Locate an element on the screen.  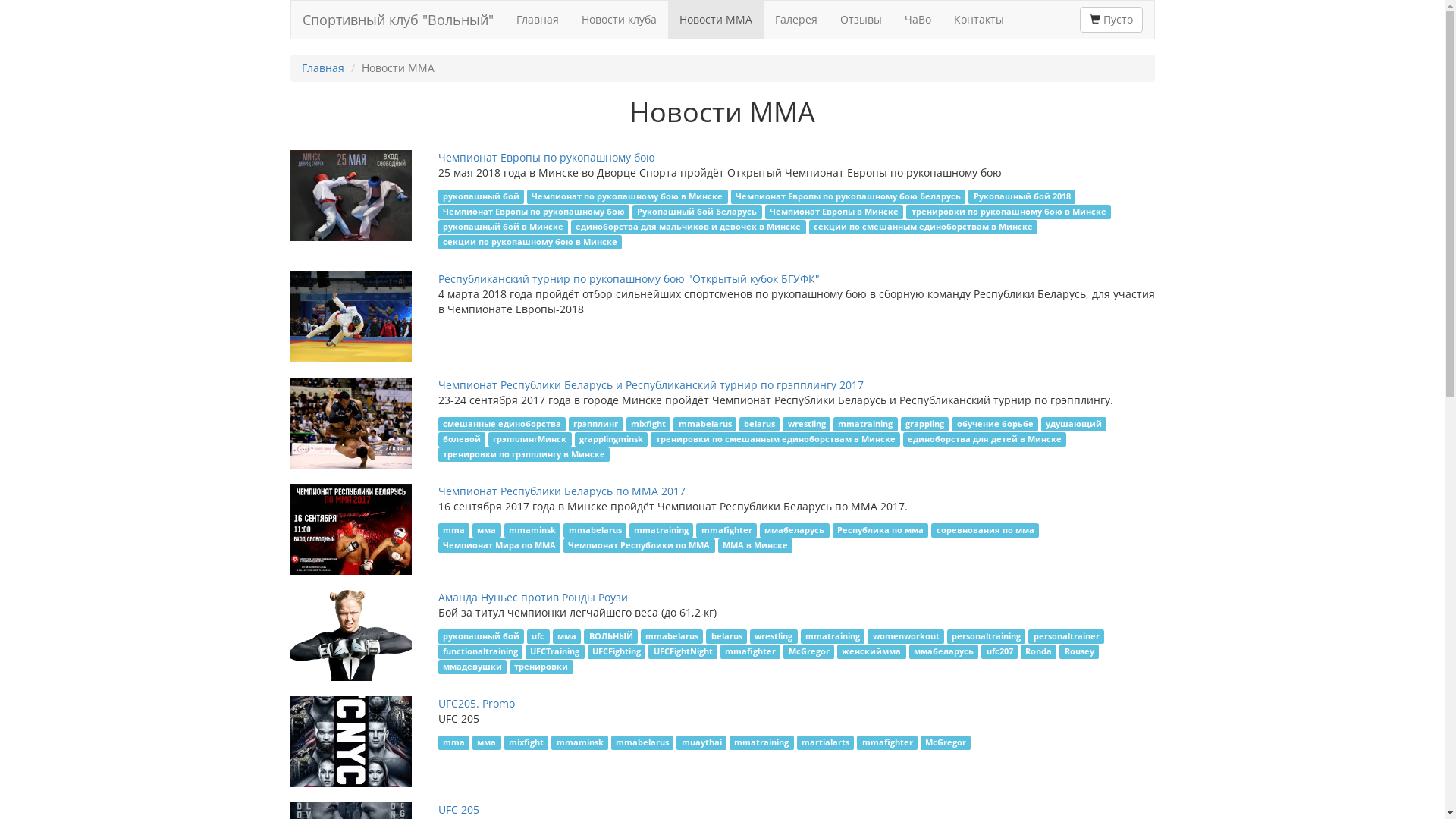
'UFCFightNight' is located at coordinates (648, 651).